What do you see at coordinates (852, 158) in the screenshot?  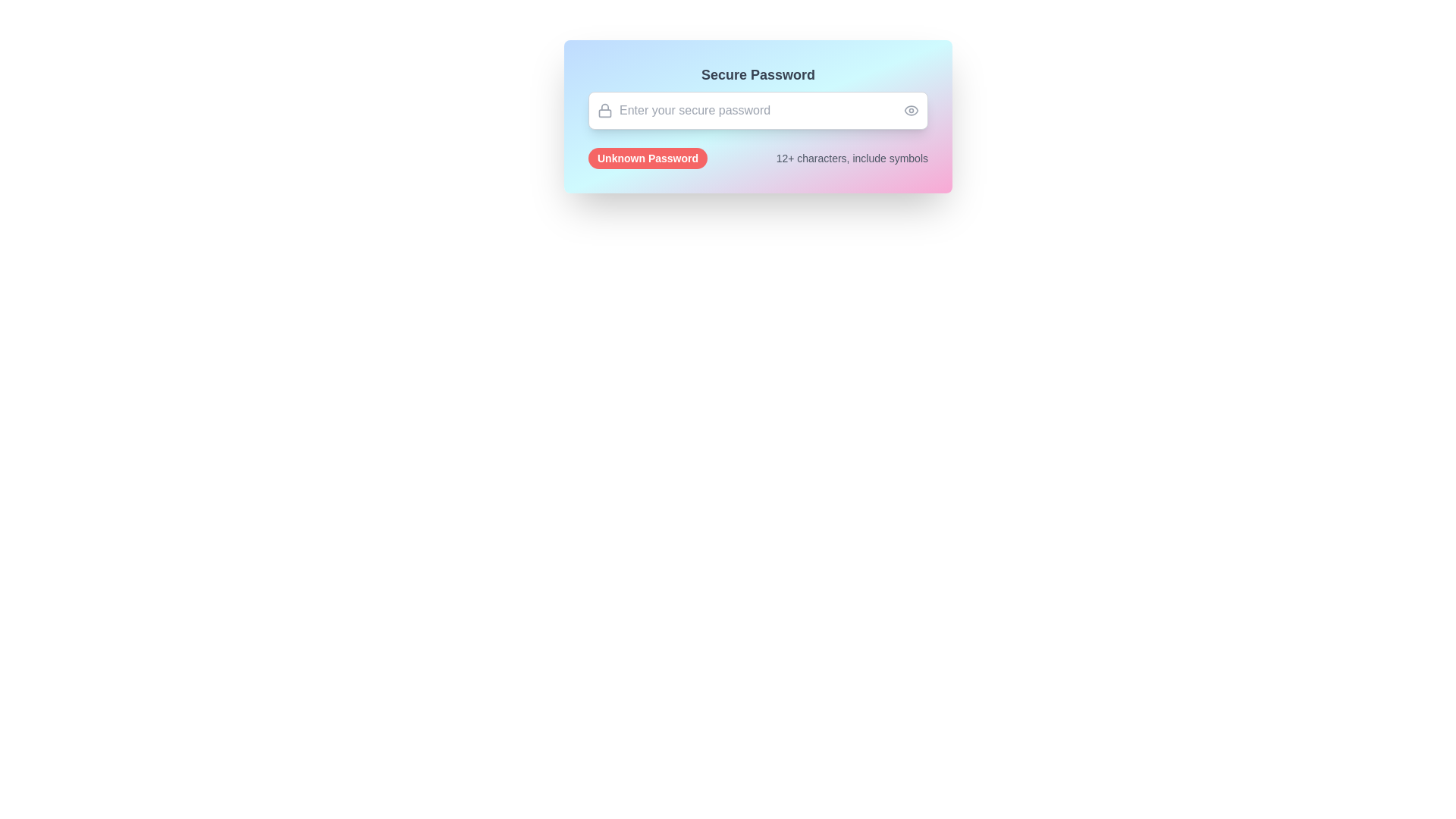 I see `the informational text that reads '12+ characters, include symbols,' which is styled in small, gray-colored font and located to the right of the red badge labeled 'Unknown Password.'` at bounding box center [852, 158].